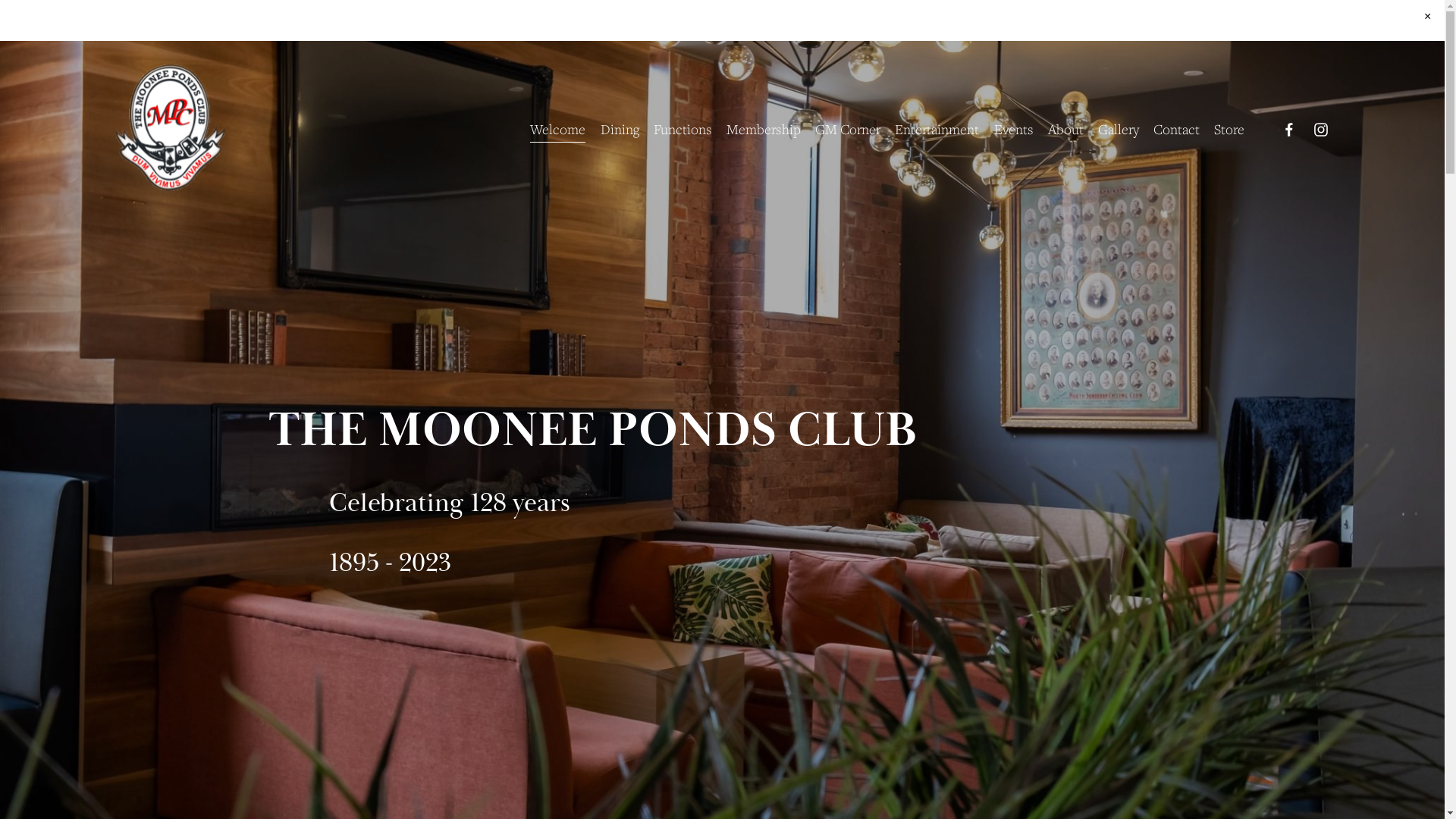 The image size is (1456, 819). Describe the element at coordinates (1065, 128) in the screenshot. I see `'About'` at that location.